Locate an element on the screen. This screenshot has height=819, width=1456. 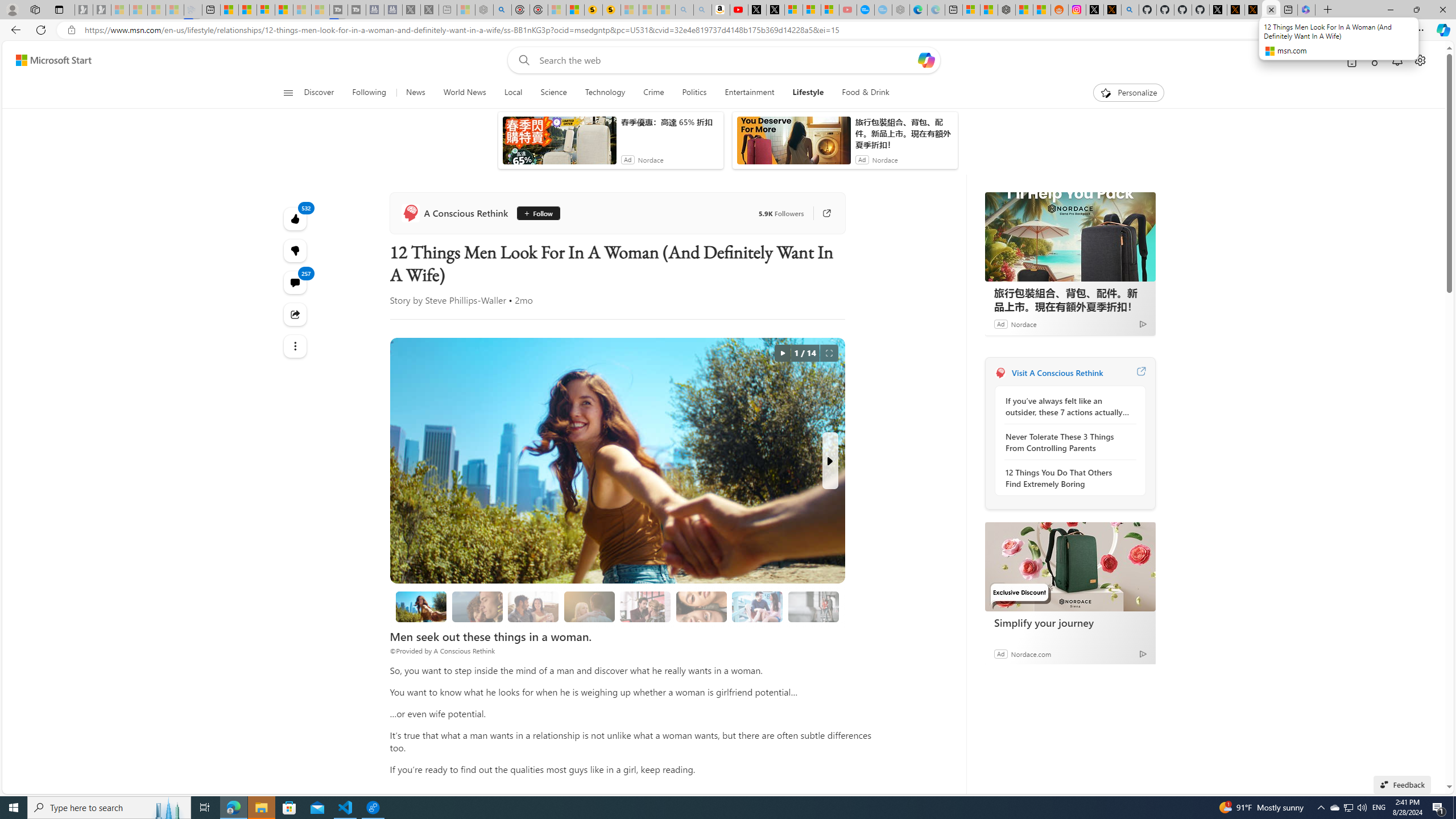
'4. She is supportive.' is located at coordinates (644, 606).